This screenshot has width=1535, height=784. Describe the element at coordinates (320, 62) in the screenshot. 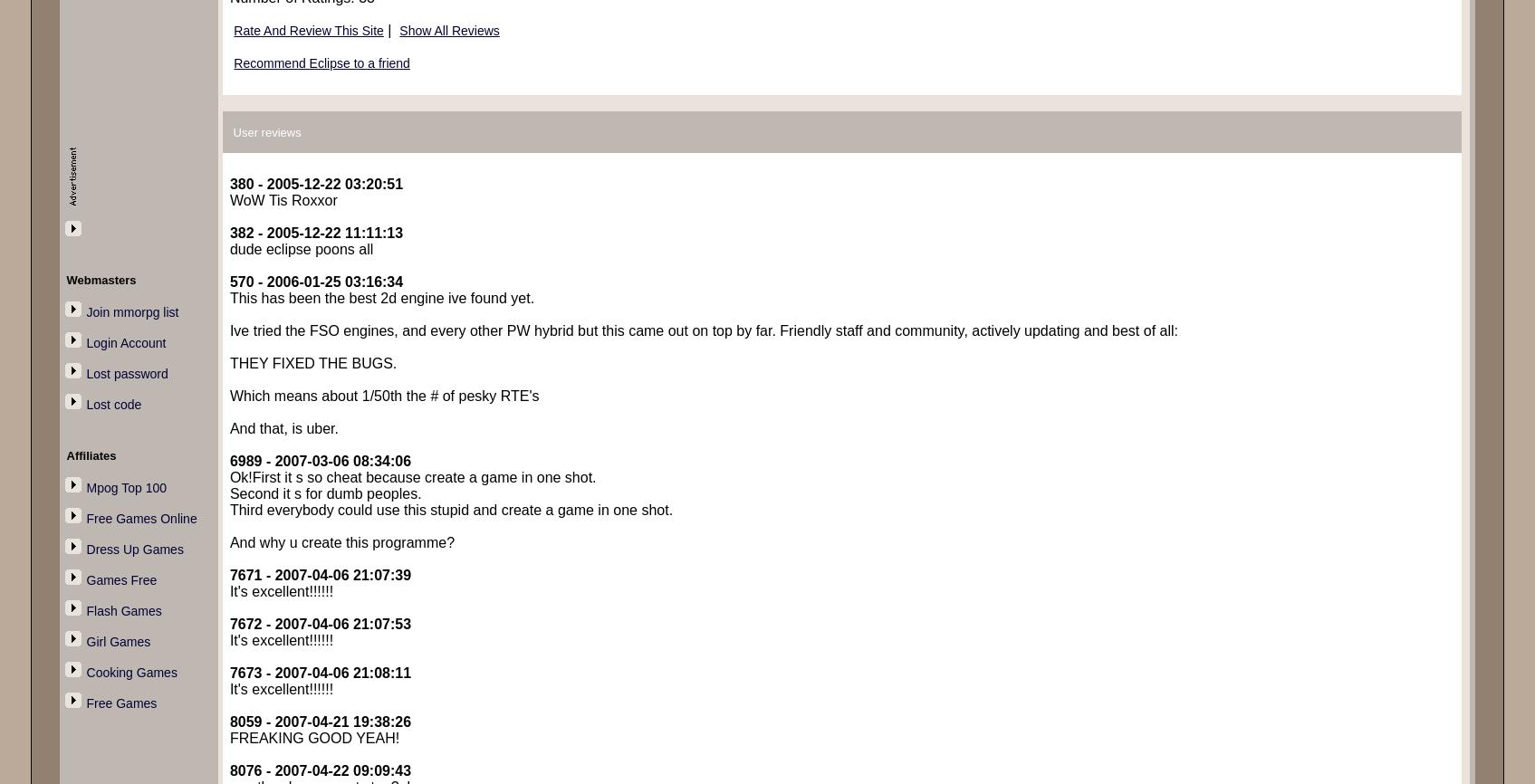

I see `'Recommend Eclipse to a friend'` at that location.